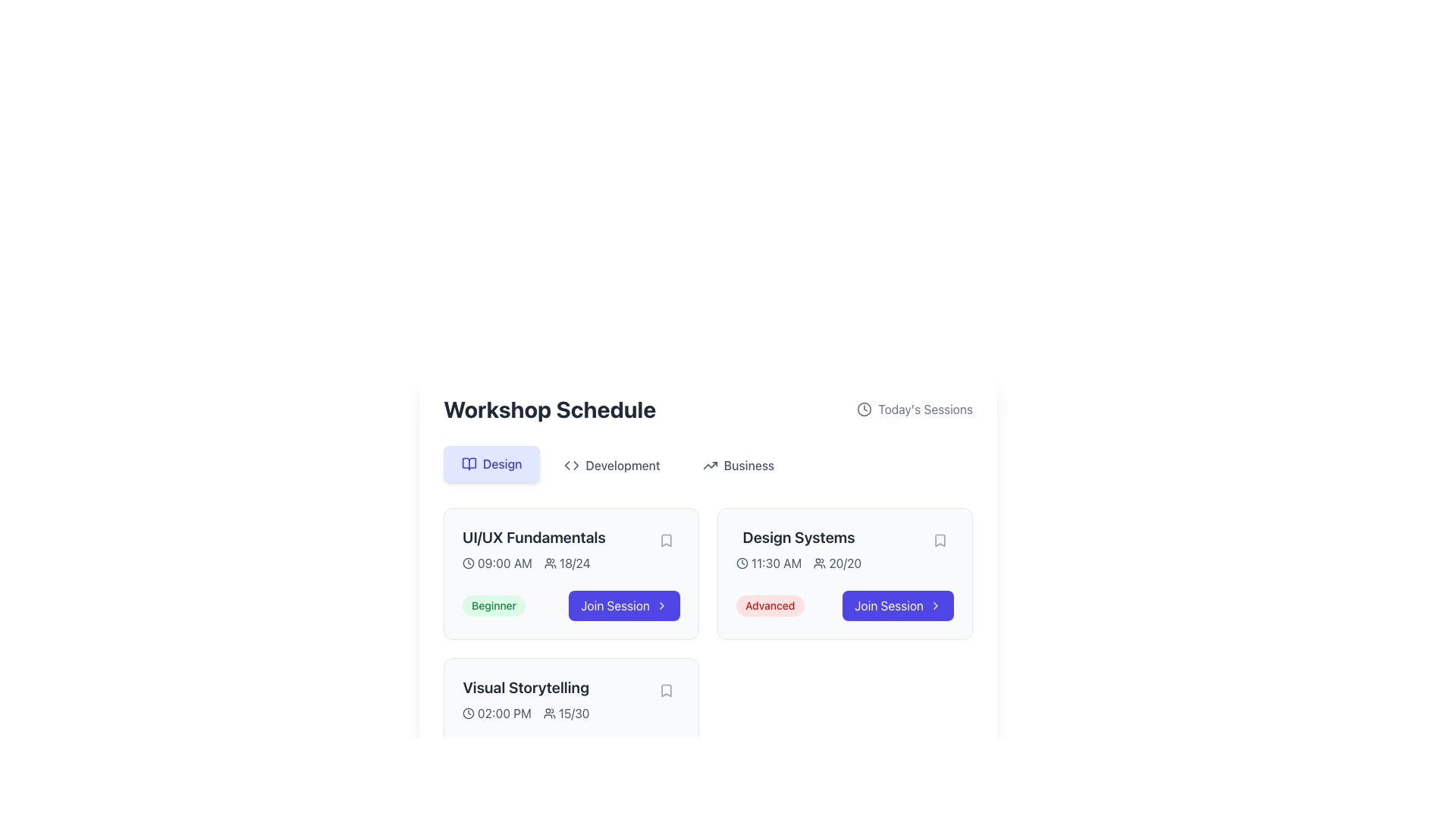  Describe the element at coordinates (534, 563) in the screenshot. I see `scheduled time and current attendance information displayed in the 'UI/UX Fundamentals' card, located below the title and above the 'Beginner' label and 'Join Session' button` at that location.